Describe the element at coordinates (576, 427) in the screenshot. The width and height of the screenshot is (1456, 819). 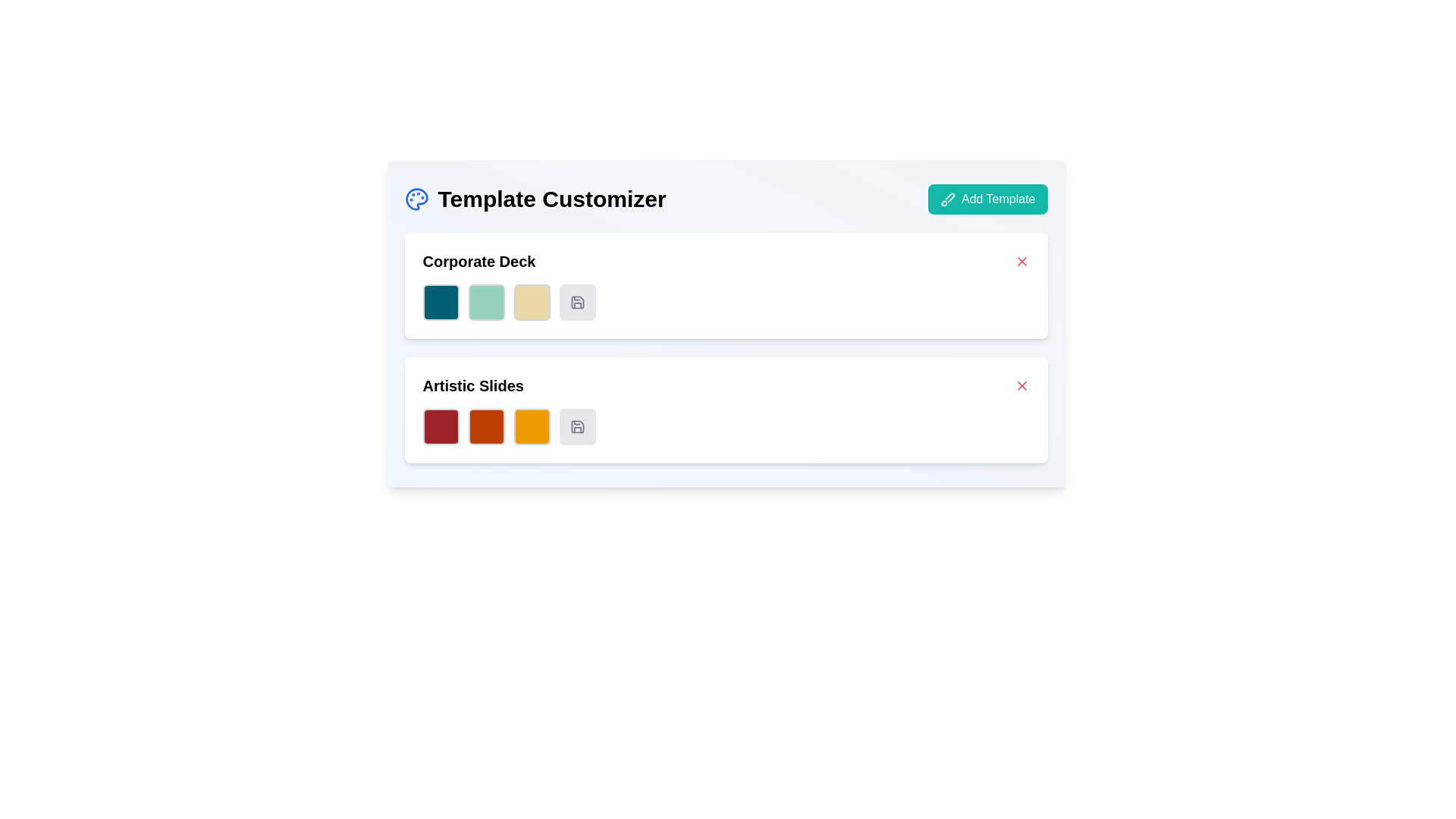
I see `the save-like icon in the bottom right corner of the 'Artistic Slides' section` at that location.